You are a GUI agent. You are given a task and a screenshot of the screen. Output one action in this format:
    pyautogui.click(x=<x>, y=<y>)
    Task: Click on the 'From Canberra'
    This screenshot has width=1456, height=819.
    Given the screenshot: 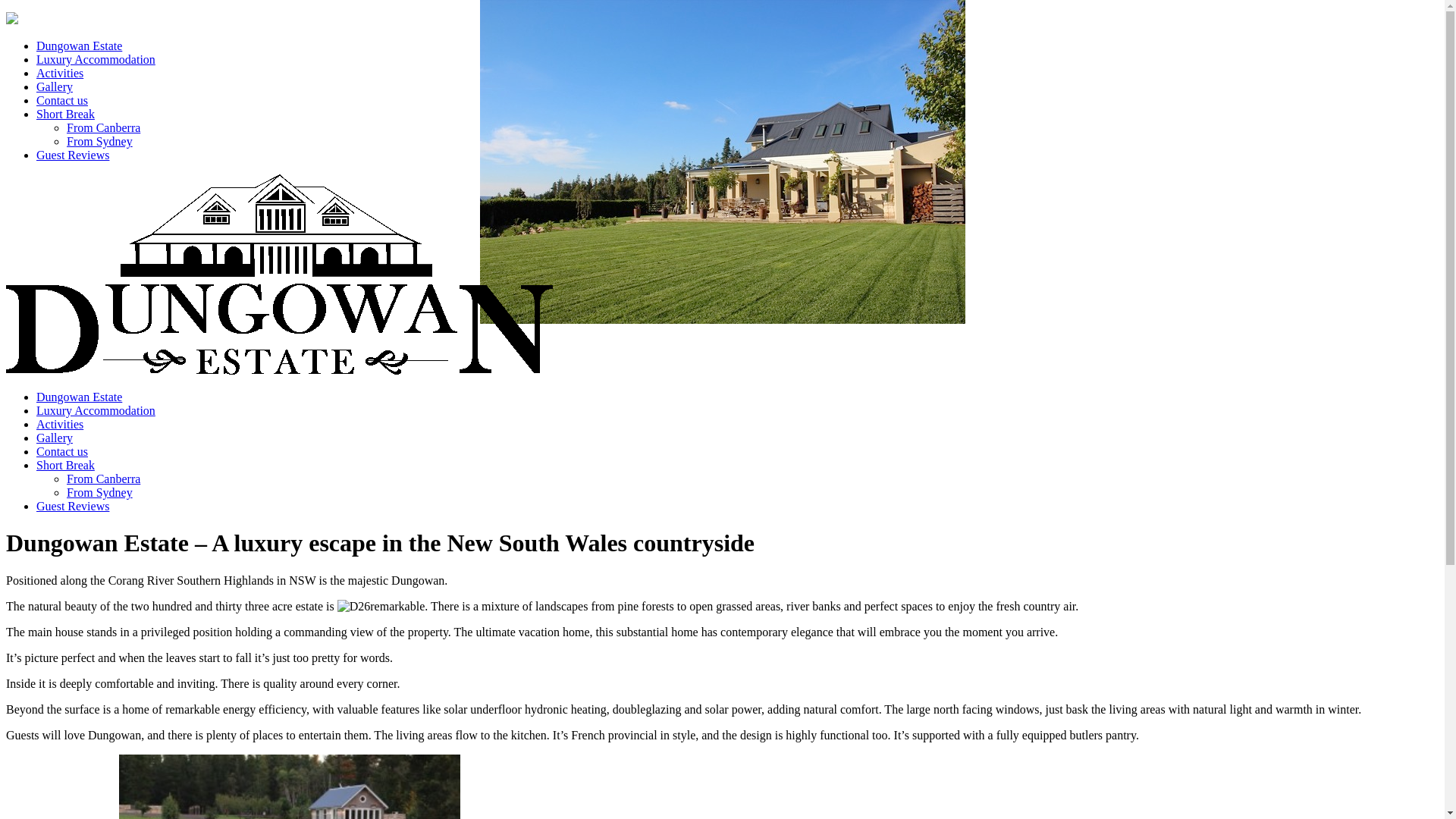 What is the action you would take?
    pyautogui.click(x=102, y=479)
    